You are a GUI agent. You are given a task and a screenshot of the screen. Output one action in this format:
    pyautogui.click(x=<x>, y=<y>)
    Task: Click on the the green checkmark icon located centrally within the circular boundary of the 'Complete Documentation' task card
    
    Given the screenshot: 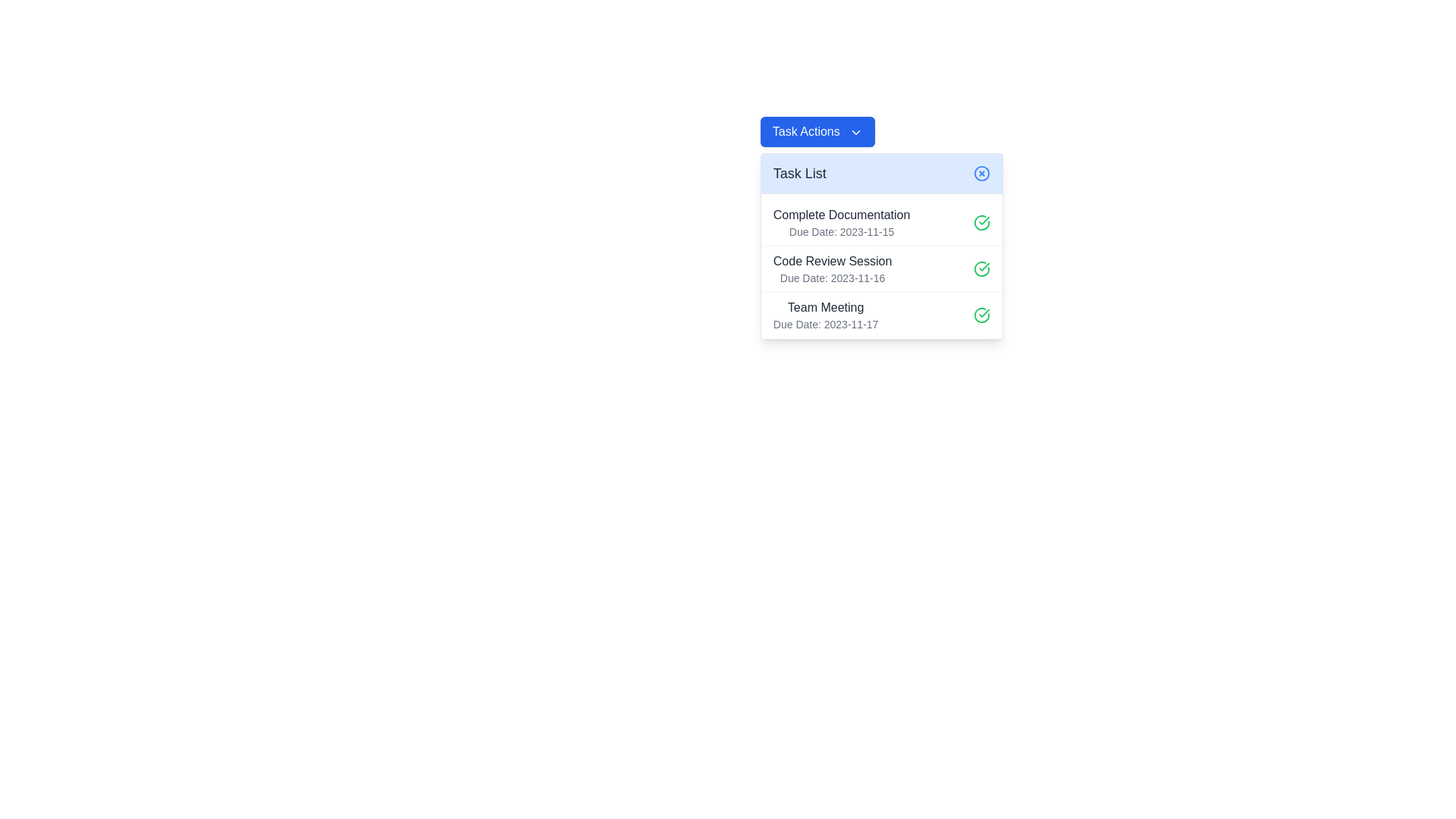 What is the action you would take?
    pyautogui.click(x=984, y=221)
    